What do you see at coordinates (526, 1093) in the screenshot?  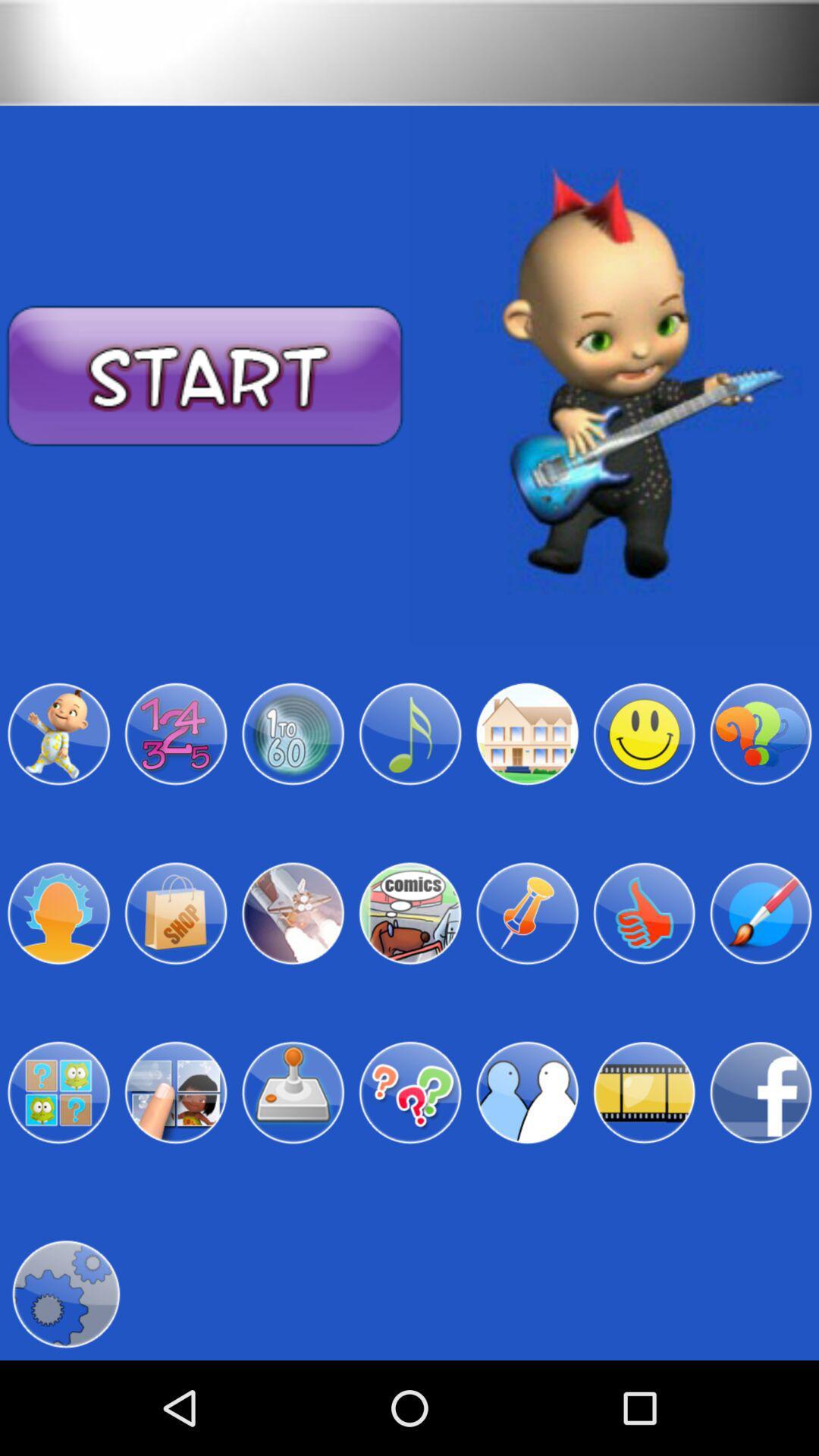 I see `interaction option` at bounding box center [526, 1093].